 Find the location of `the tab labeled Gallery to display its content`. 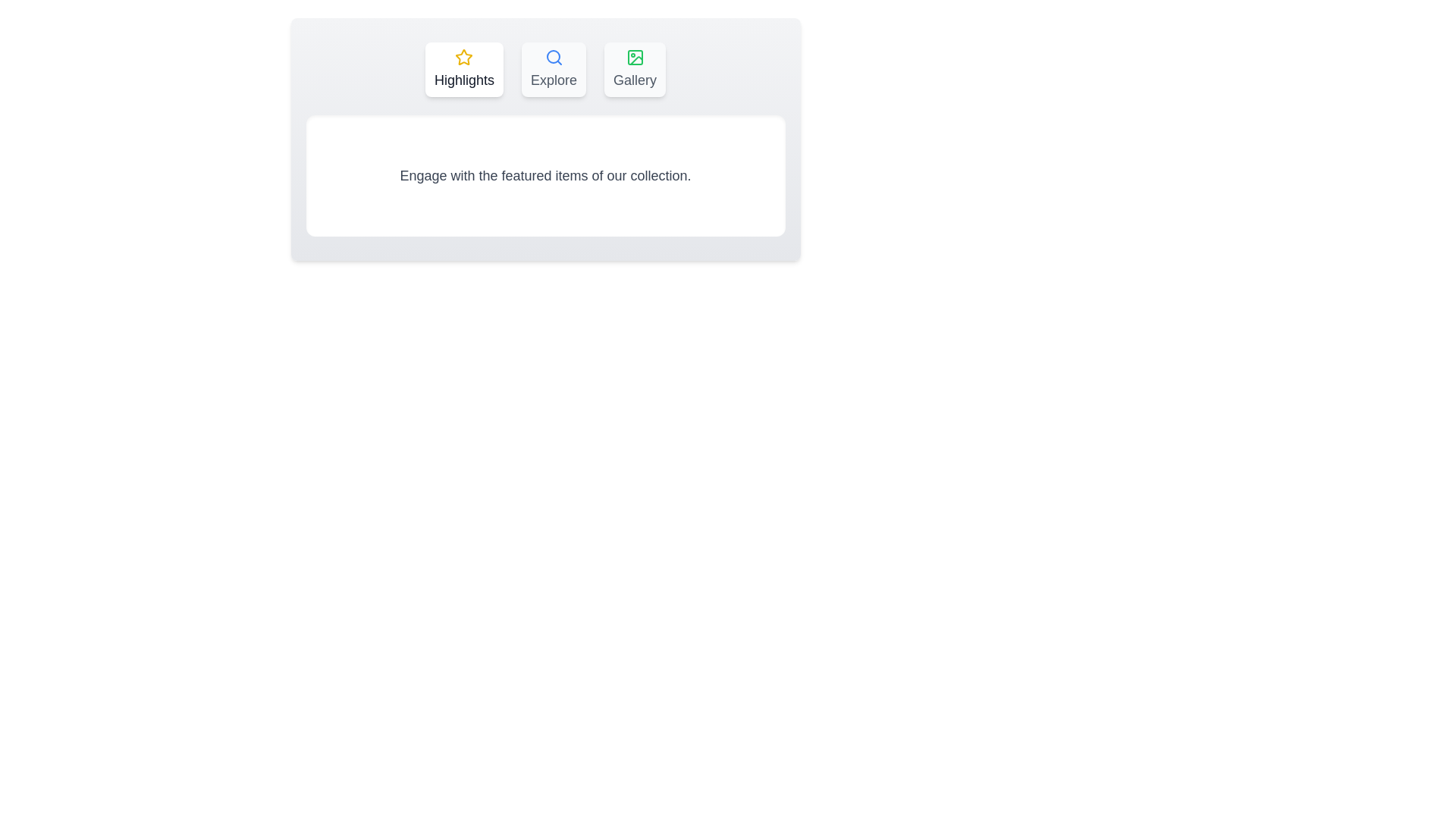

the tab labeled Gallery to display its content is located at coordinates (634, 70).